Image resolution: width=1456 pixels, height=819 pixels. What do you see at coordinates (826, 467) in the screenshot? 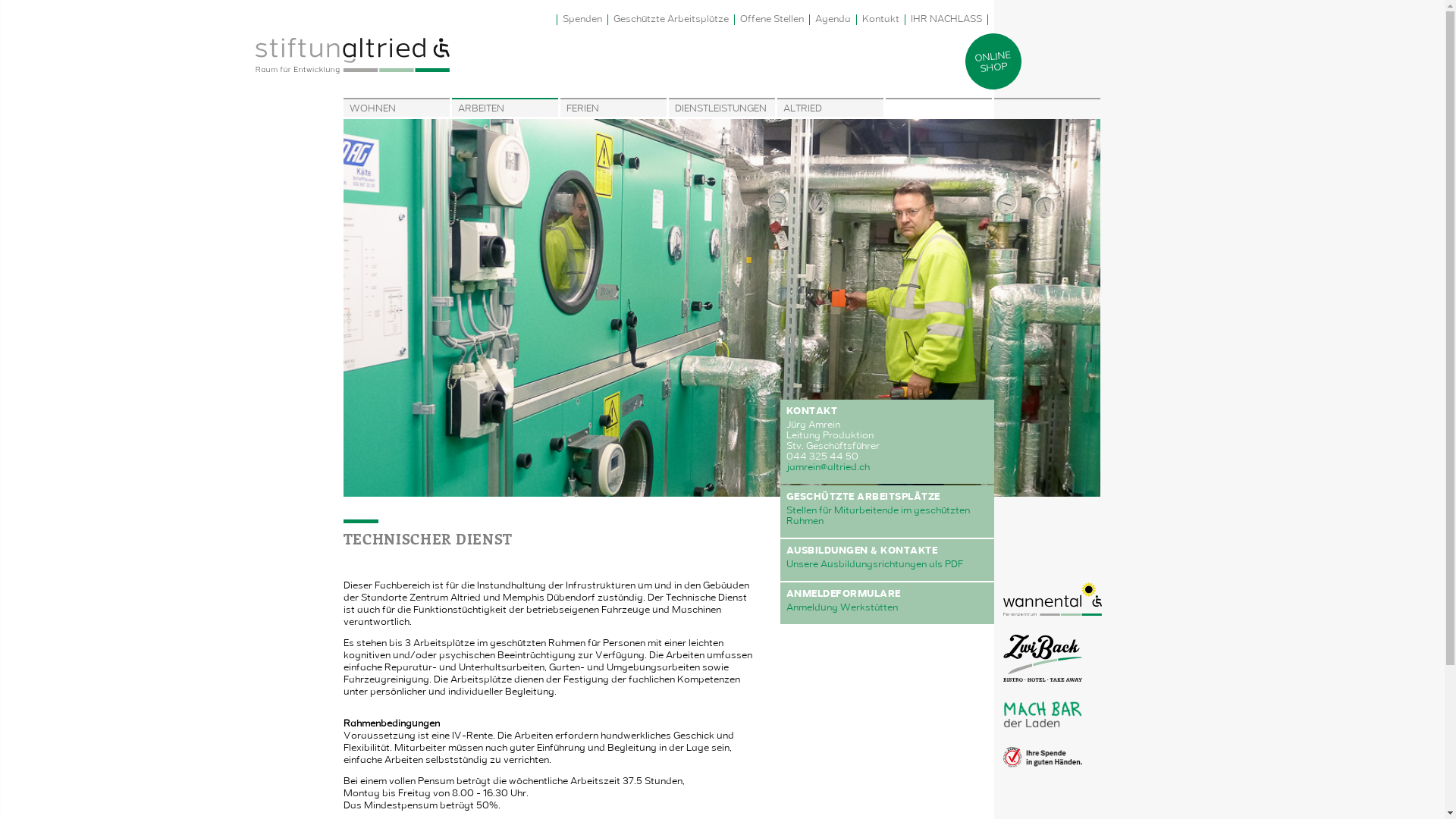
I see `'jamrein@altried.ch'` at bounding box center [826, 467].